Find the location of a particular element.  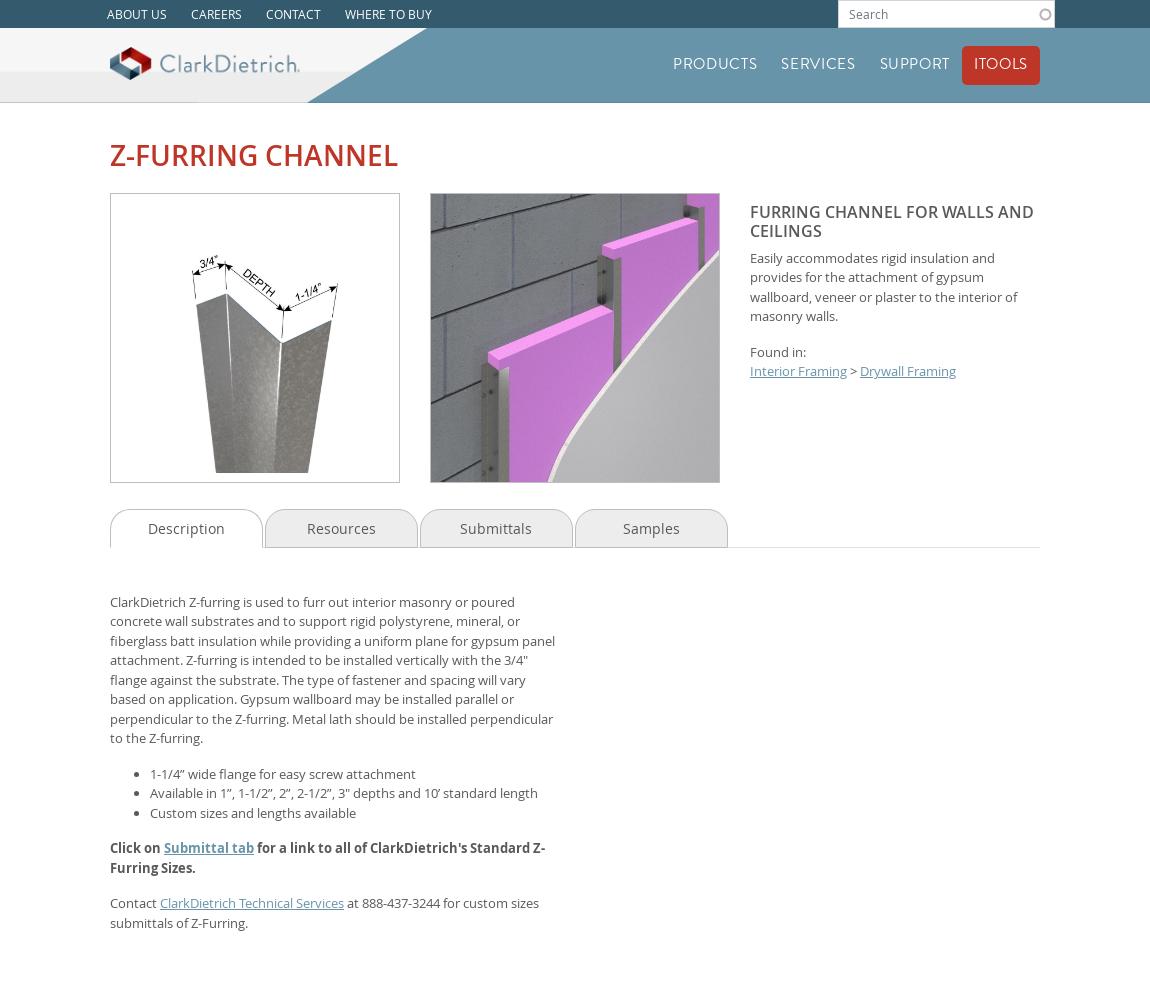

'Where to Buy' is located at coordinates (388, 13).